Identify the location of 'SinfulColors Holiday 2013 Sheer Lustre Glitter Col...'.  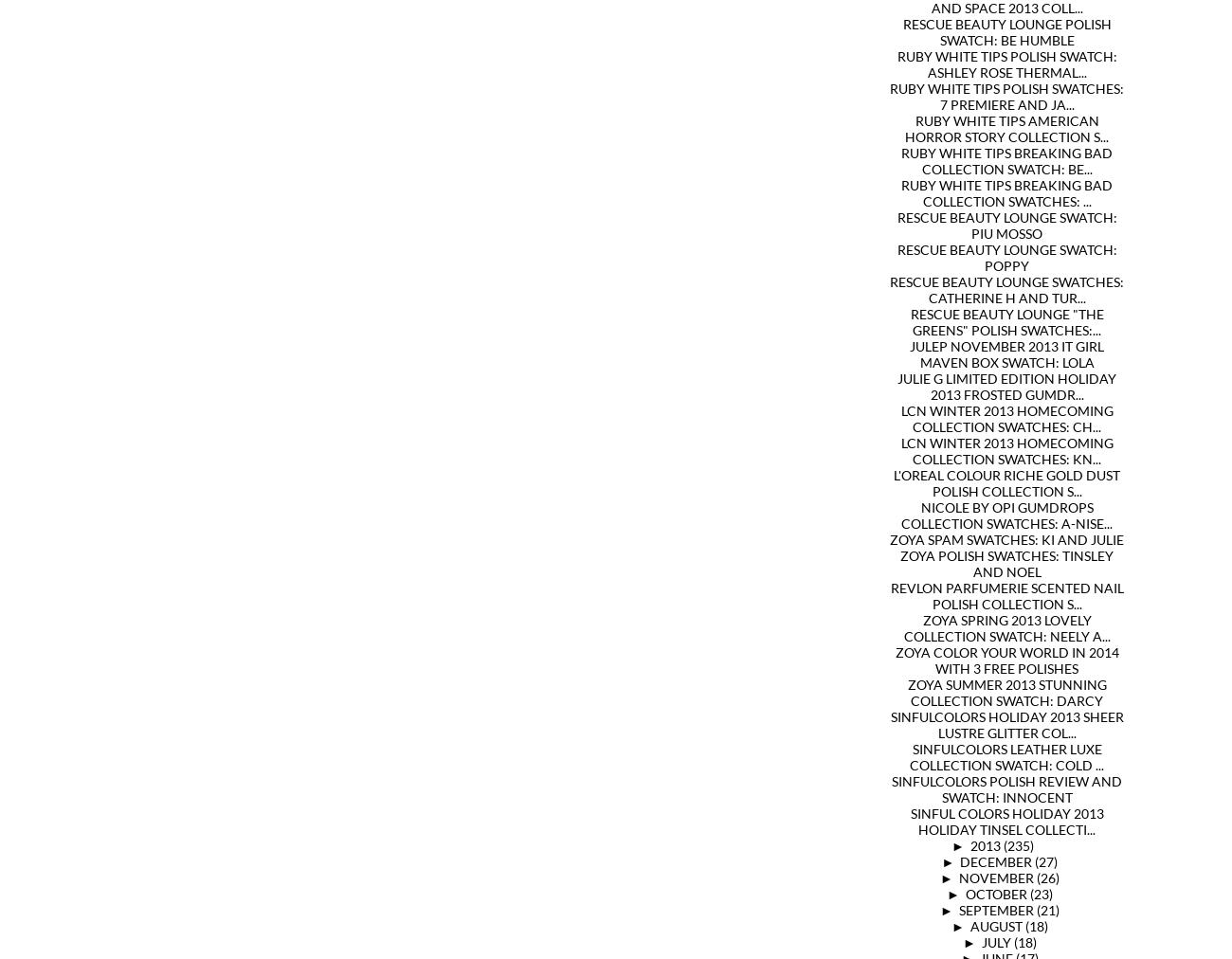
(1006, 723).